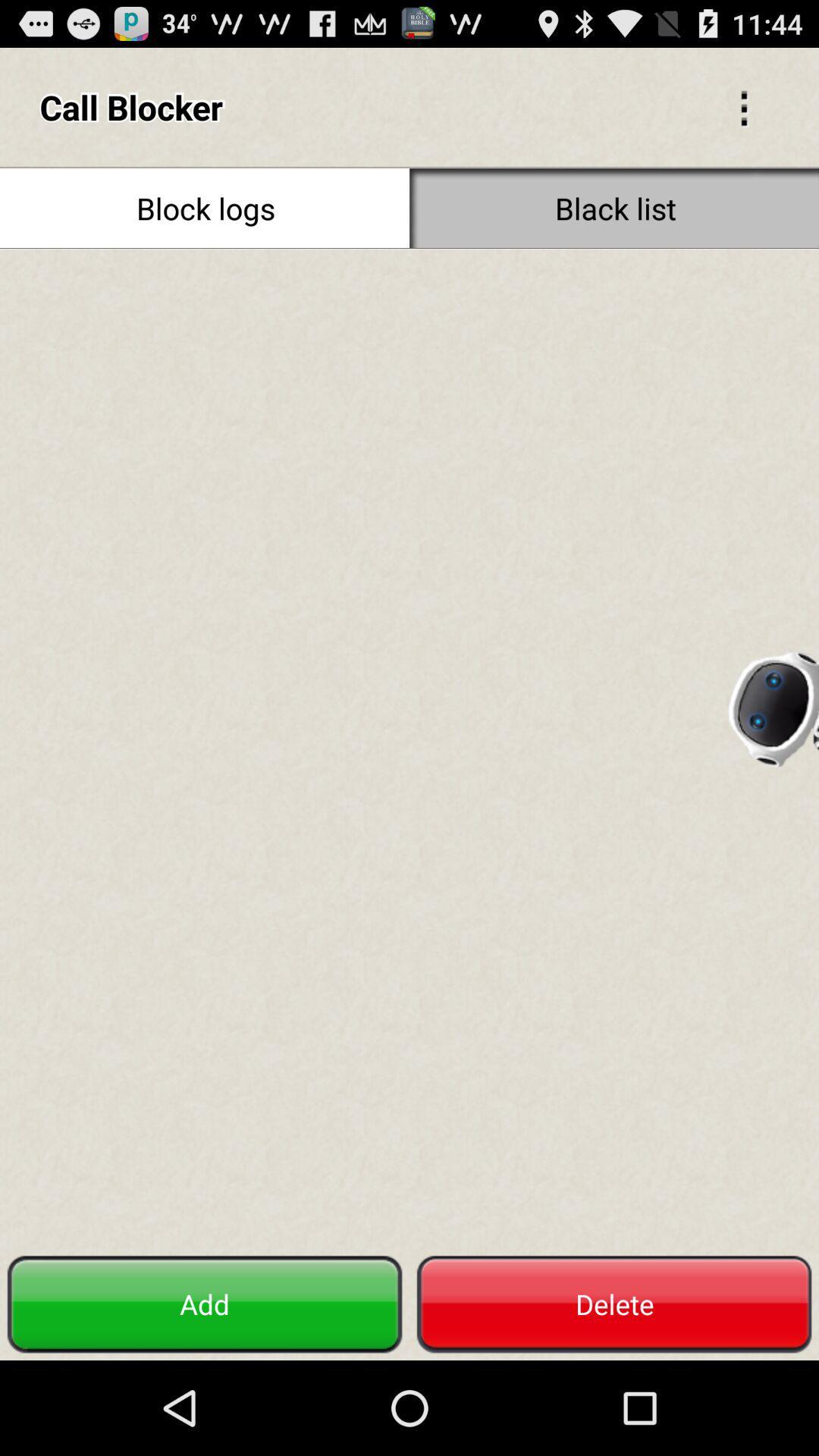 Image resolution: width=819 pixels, height=1456 pixels. What do you see at coordinates (743, 106) in the screenshot?
I see `show options` at bounding box center [743, 106].